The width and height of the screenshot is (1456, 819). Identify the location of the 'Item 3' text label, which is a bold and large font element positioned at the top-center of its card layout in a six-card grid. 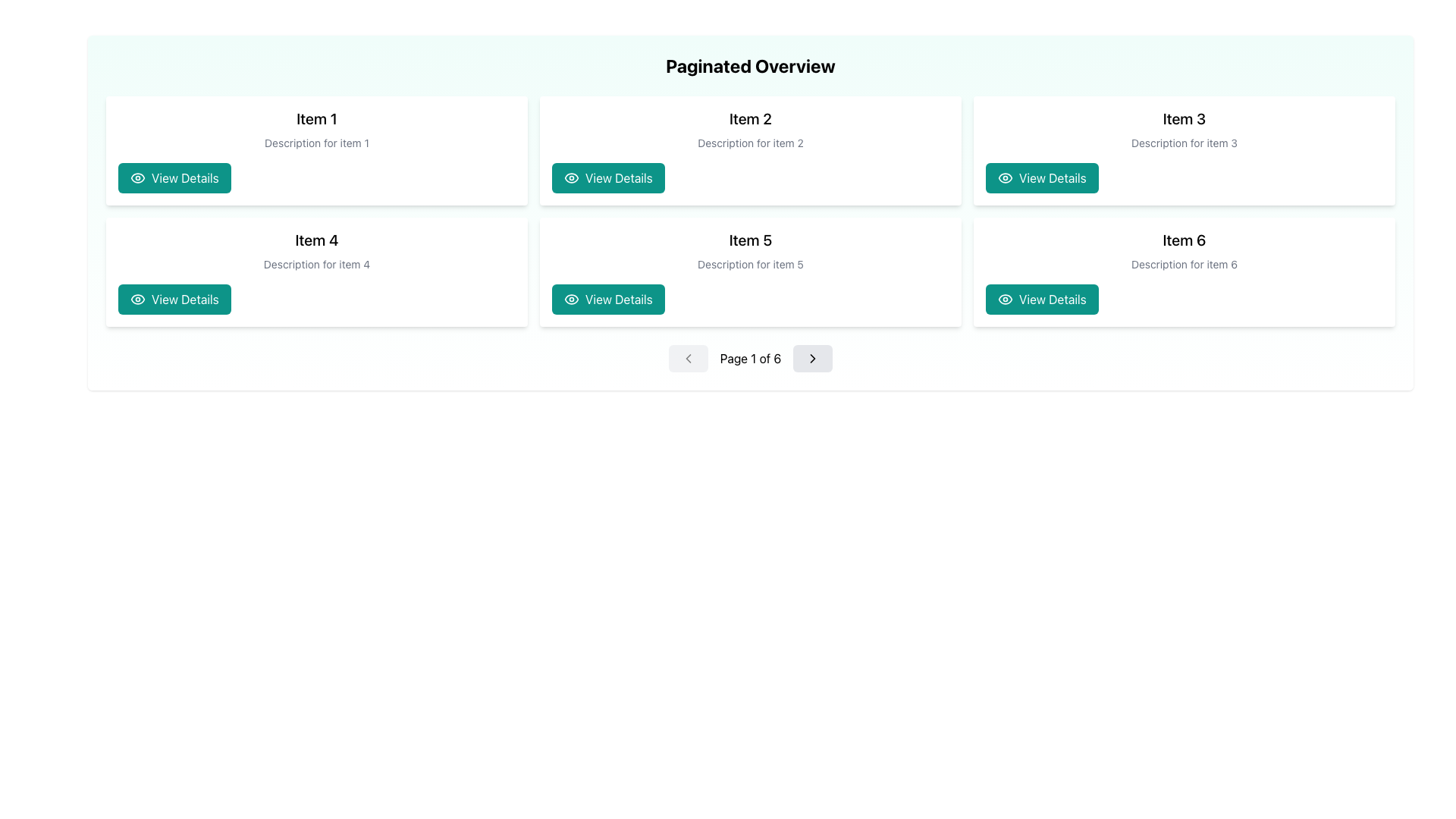
(1183, 118).